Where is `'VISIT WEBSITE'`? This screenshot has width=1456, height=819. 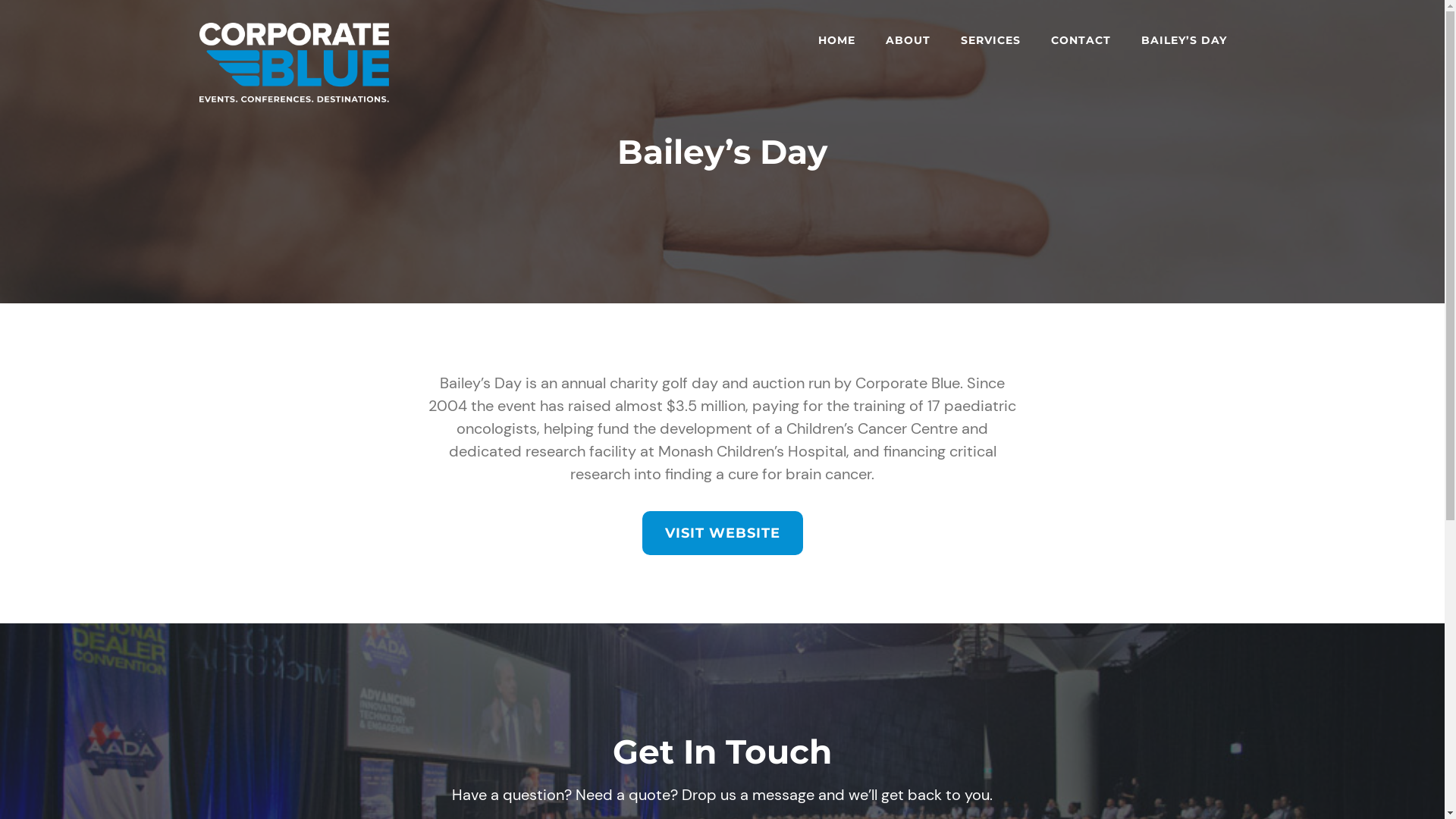 'VISIT WEBSITE' is located at coordinates (720, 532).